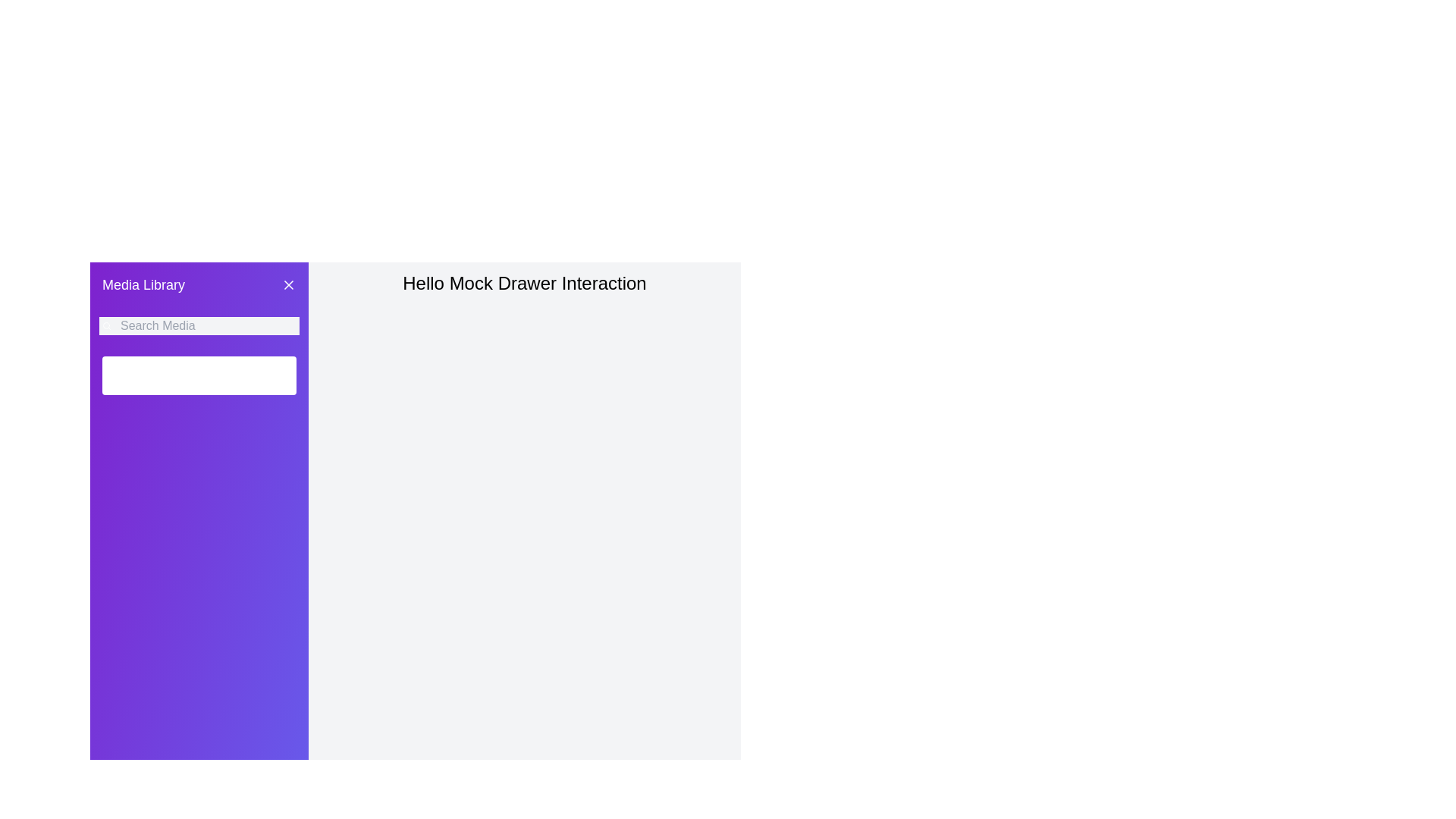  Describe the element at coordinates (105, 325) in the screenshot. I see `the small search icon, which is styled with rounded edges and outlined strokes, located to the left of the search input field` at that location.